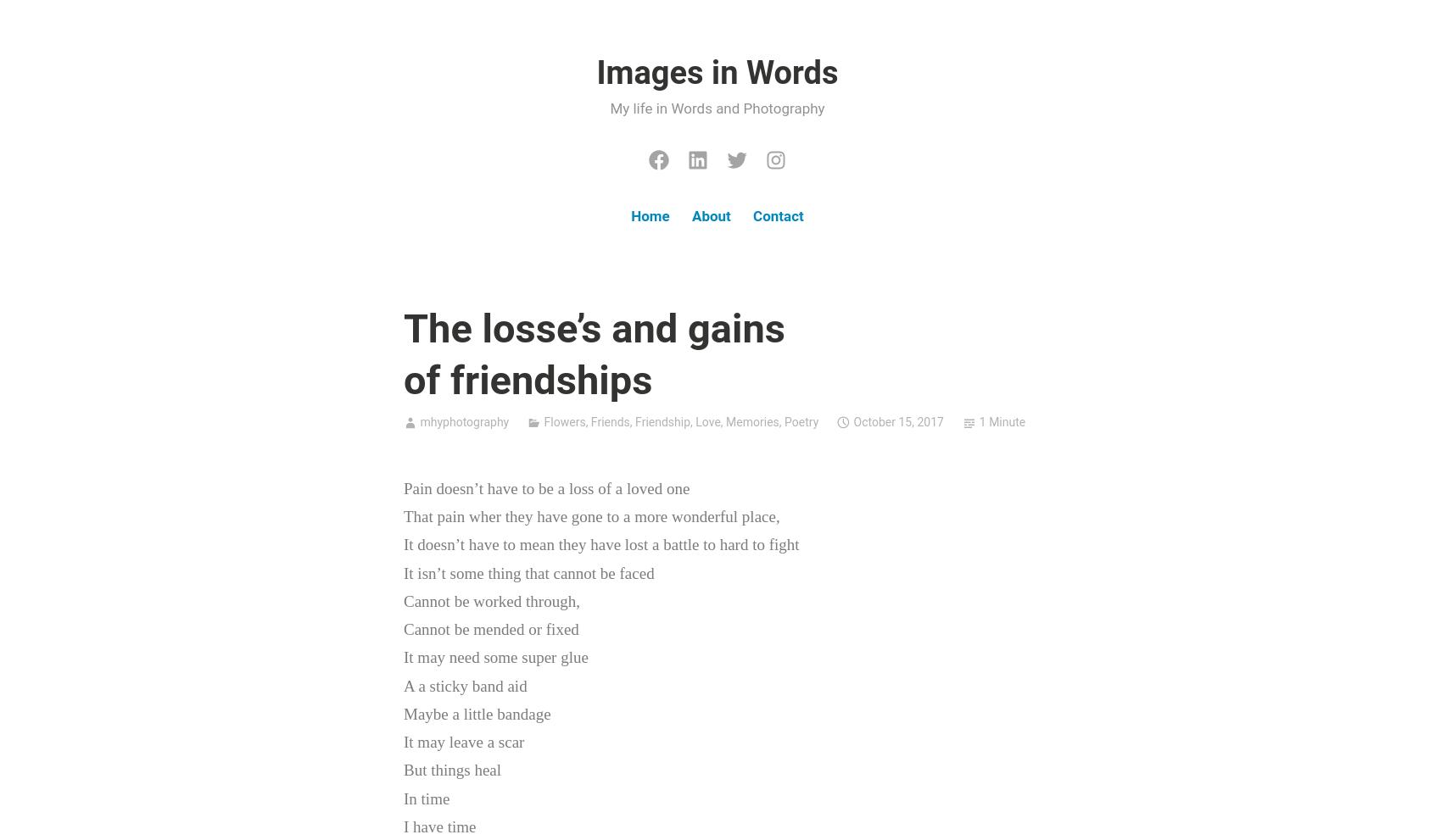  I want to click on 'It may need some super glue', so click(494, 657).